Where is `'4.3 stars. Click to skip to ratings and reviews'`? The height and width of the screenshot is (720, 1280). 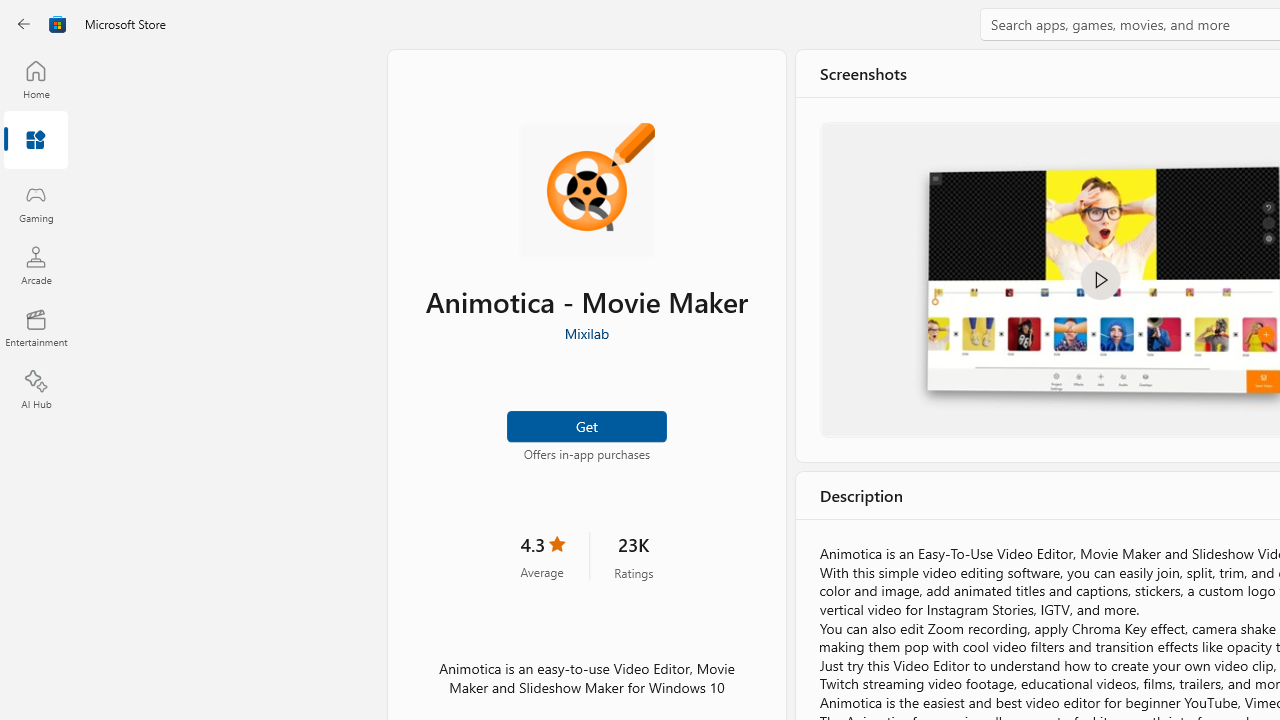 '4.3 stars. Click to skip to ratings and reviews' is located at coordinates (542, 556).